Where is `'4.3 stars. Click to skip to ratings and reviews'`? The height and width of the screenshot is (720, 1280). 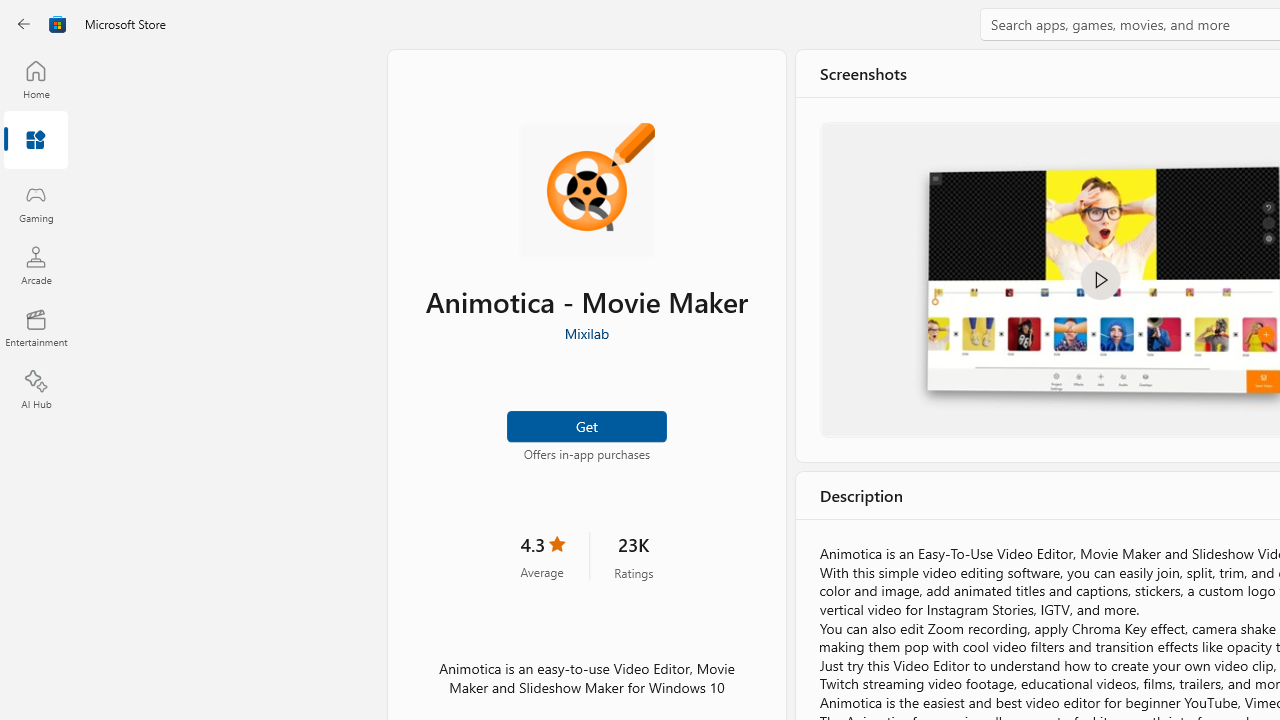 '4.3 stars. Click to skip to ratings and reviews' is located at coordinates (542, 556).